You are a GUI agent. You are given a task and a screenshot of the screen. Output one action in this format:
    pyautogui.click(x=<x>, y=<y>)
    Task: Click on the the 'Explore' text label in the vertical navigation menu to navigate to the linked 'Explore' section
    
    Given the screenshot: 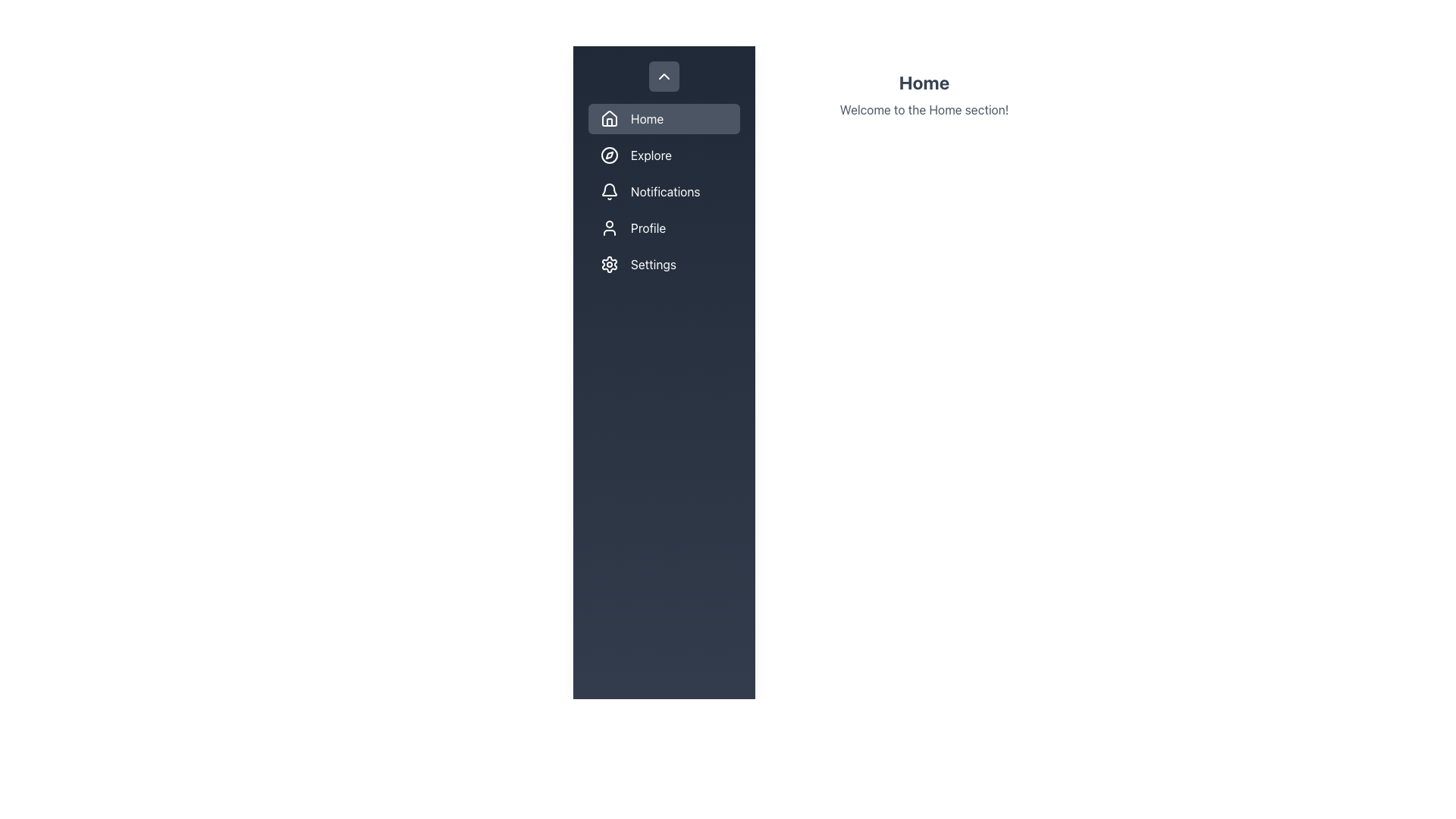 What is the action you would take?
    pyautogui.click(x=651, y=155)
    